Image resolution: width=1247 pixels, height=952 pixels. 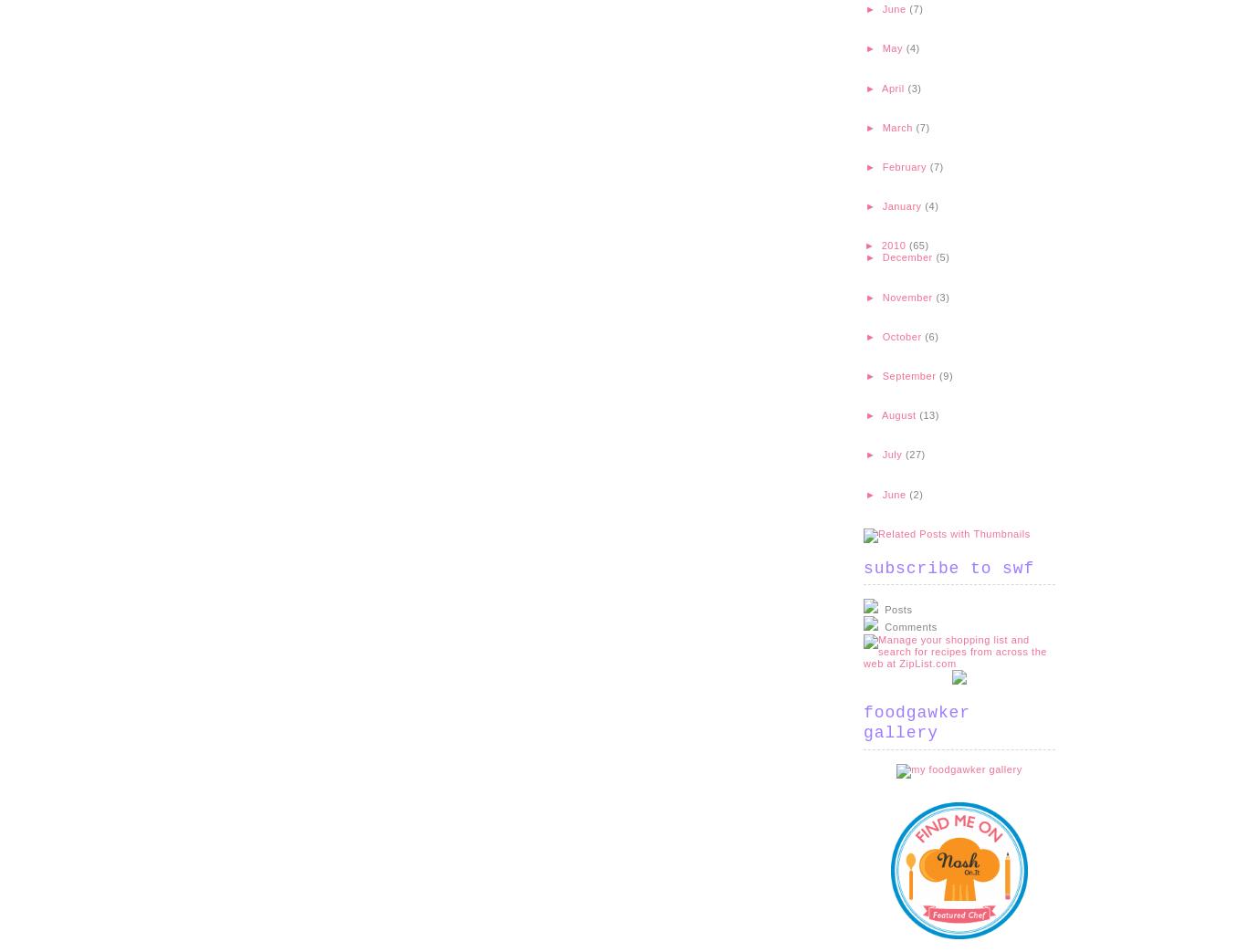 I want to click on 'April', so click(x=894, y=87).